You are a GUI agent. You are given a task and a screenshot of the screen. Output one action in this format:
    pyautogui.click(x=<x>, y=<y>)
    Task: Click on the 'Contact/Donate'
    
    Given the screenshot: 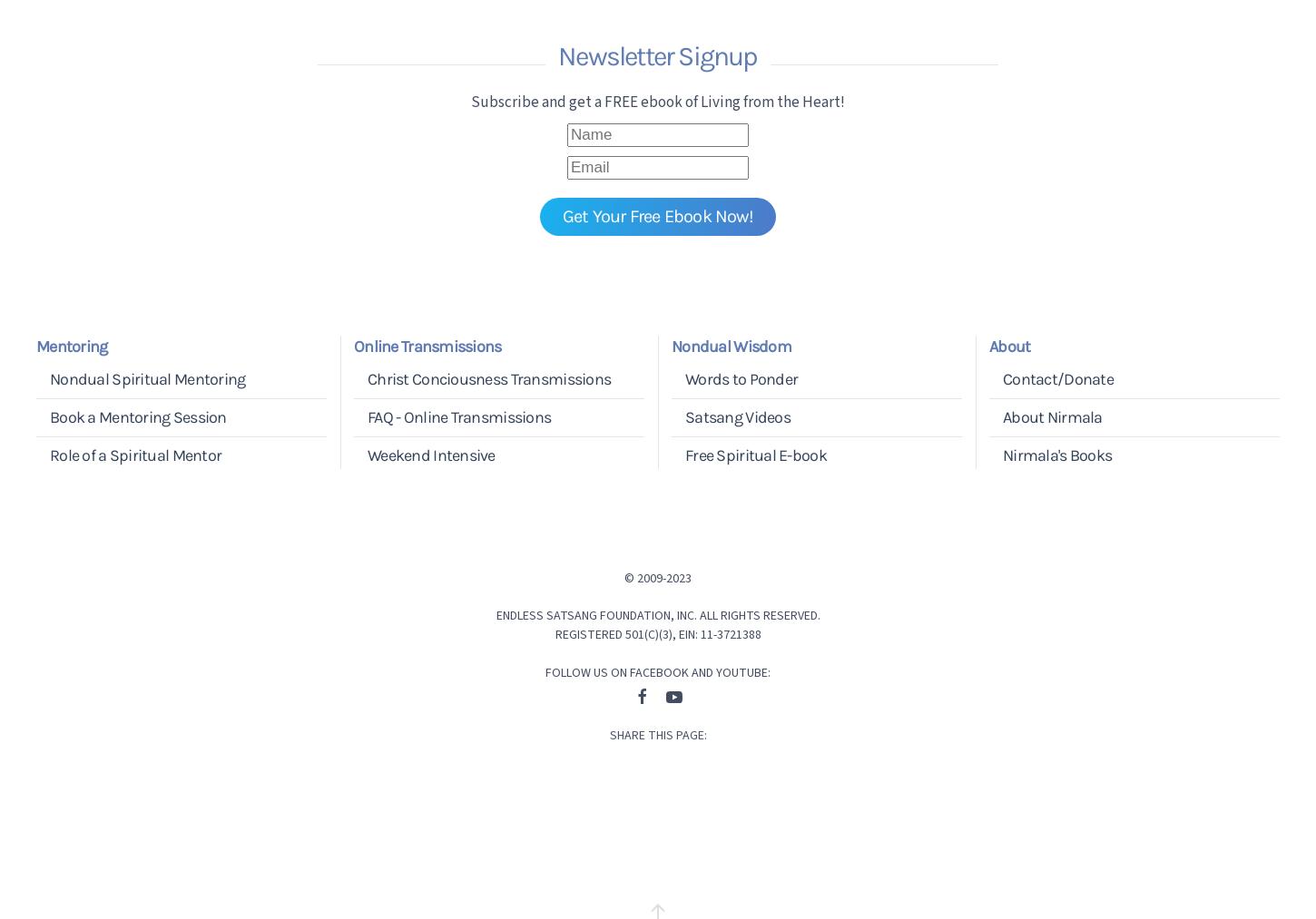 What is the action you would take?
    pyautogui.click(x=1056, y=376)
    